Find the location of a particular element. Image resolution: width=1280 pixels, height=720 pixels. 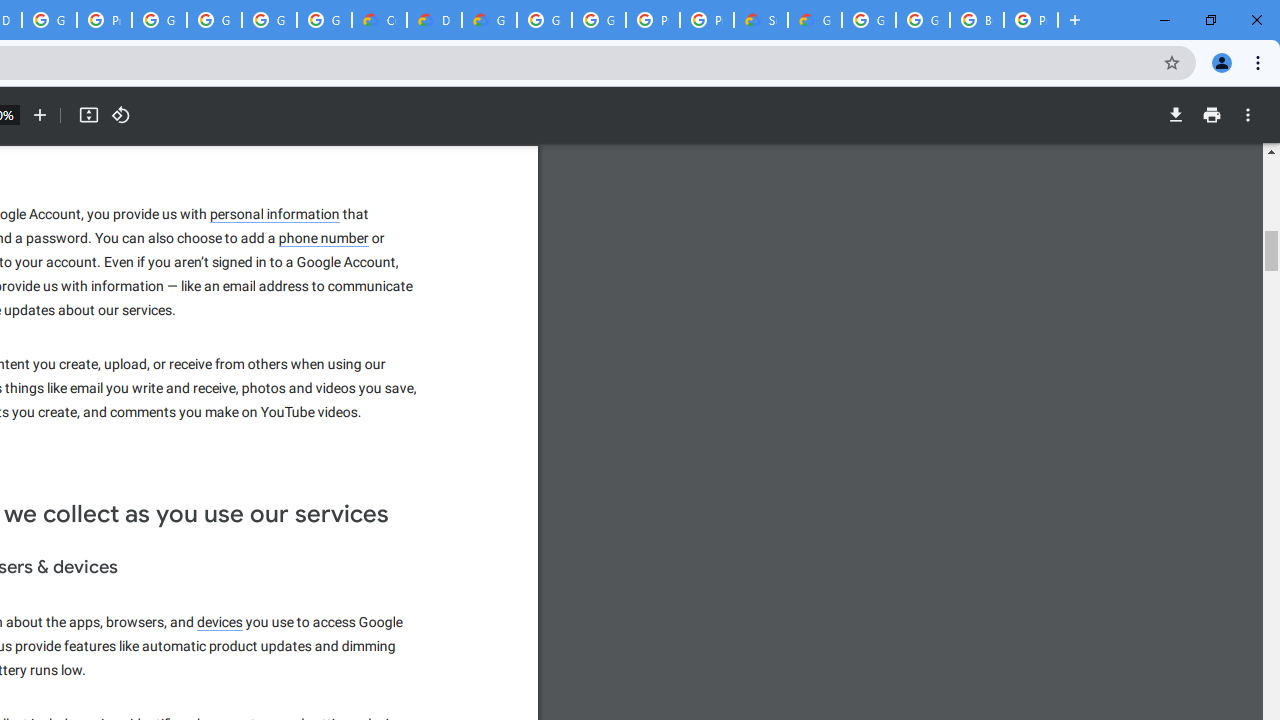

'Google Cloud Service Health' is located at coordinates (815, 20).